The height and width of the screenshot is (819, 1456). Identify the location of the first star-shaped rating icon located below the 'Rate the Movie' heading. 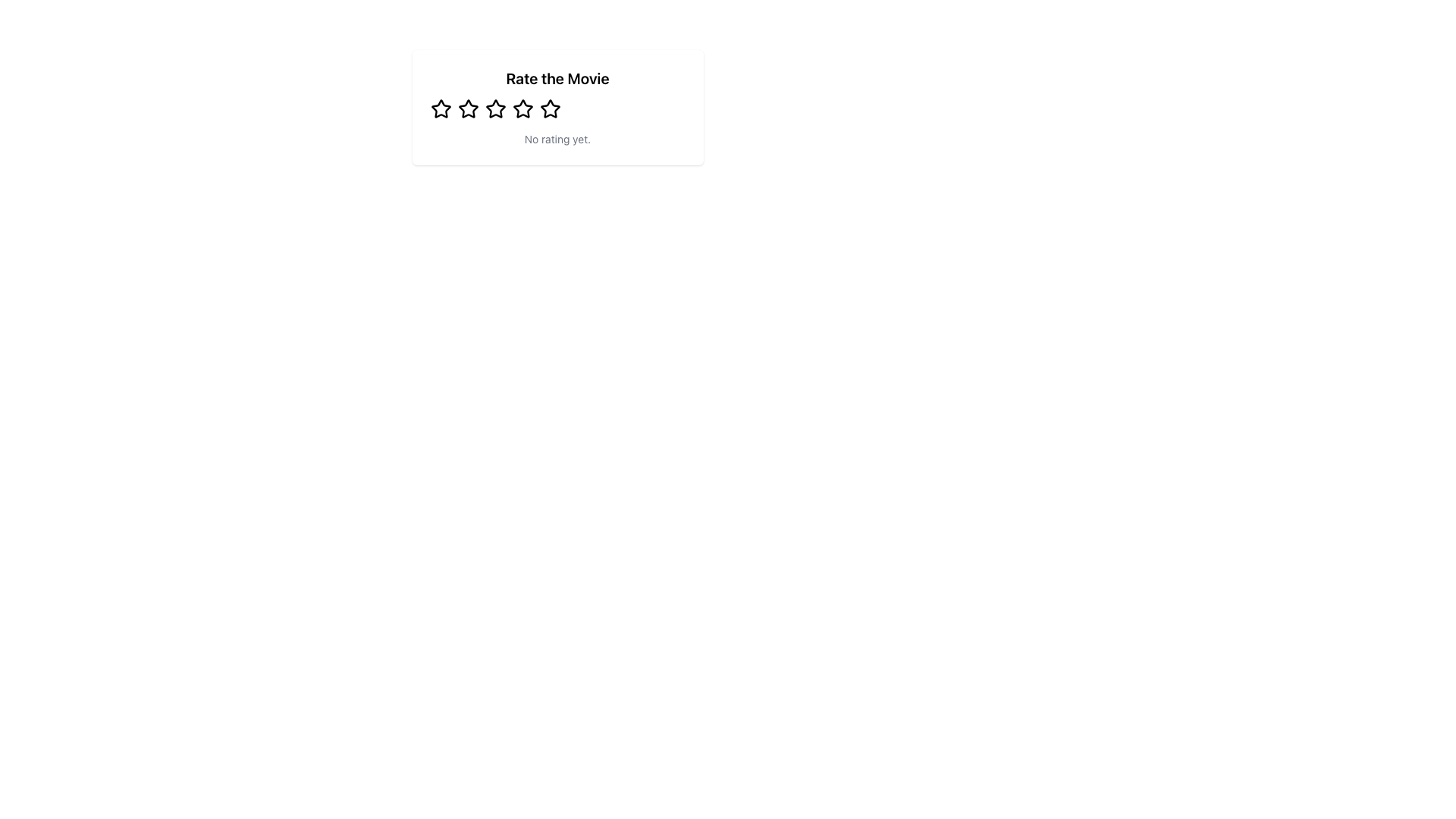
(467, 108).